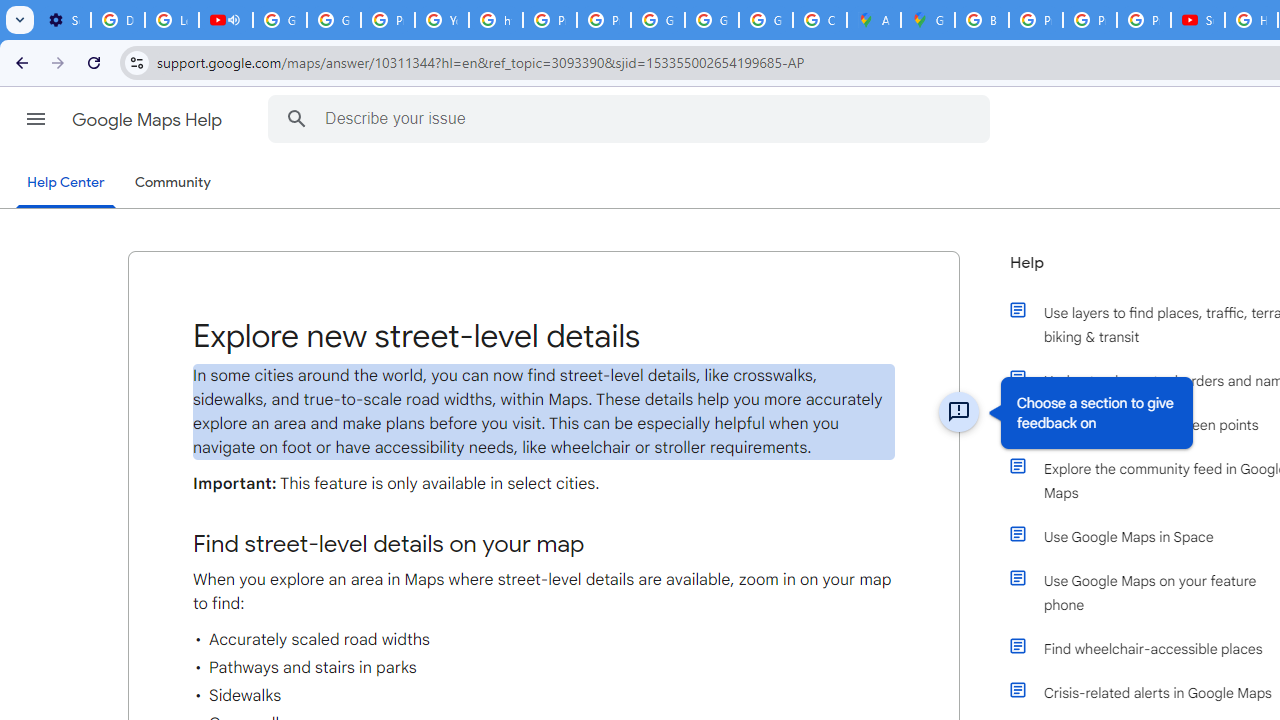 Image resolution: width=1280 pixels, height=720 pixels. Describe the element at coordinates (440, 20) in the screenshot. I see `'YouTube'` at that location.